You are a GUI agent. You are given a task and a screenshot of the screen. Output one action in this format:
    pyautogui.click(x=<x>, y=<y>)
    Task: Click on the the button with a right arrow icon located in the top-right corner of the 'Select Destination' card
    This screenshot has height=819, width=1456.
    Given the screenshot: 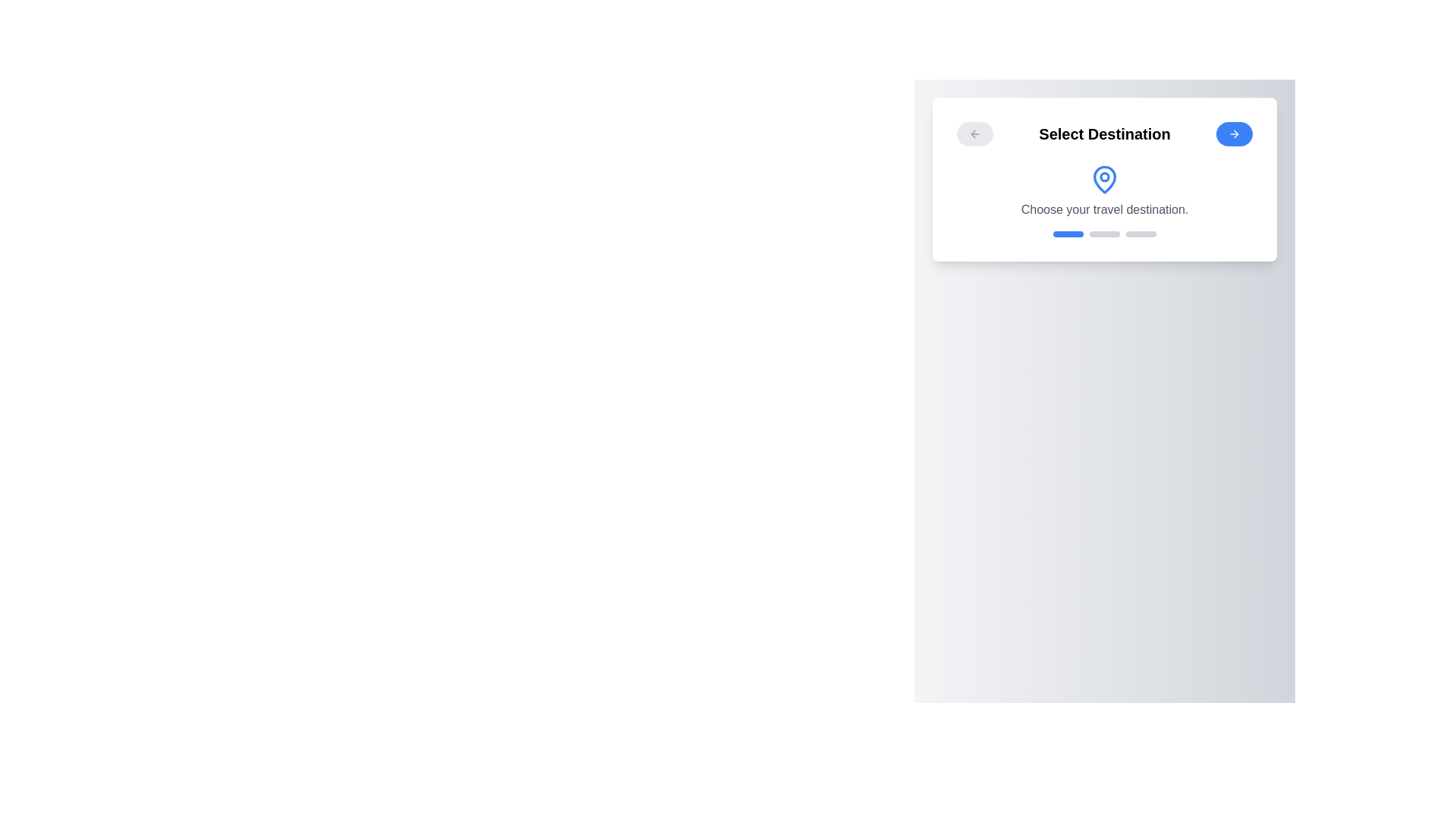 What is the action you would take?
    pyautogui.click(x=1234, y=133)
    